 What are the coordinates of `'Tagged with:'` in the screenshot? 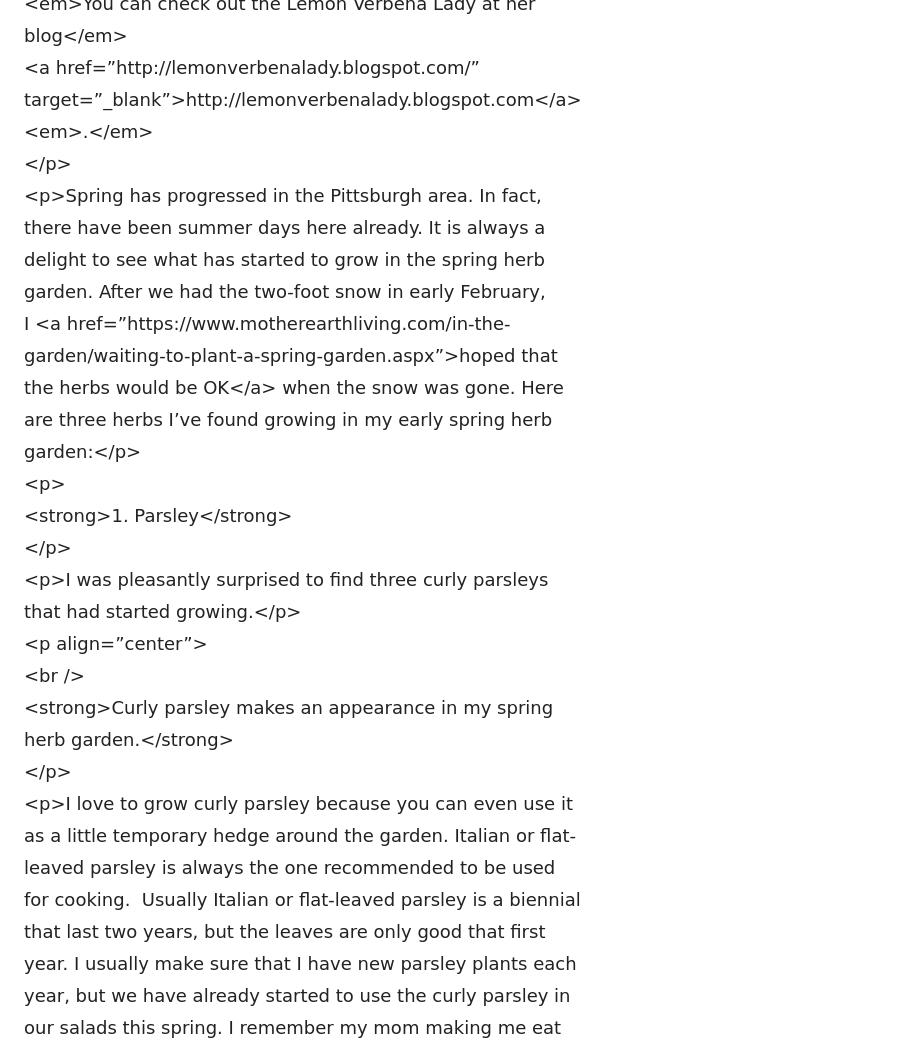 It's located at (23, 697).